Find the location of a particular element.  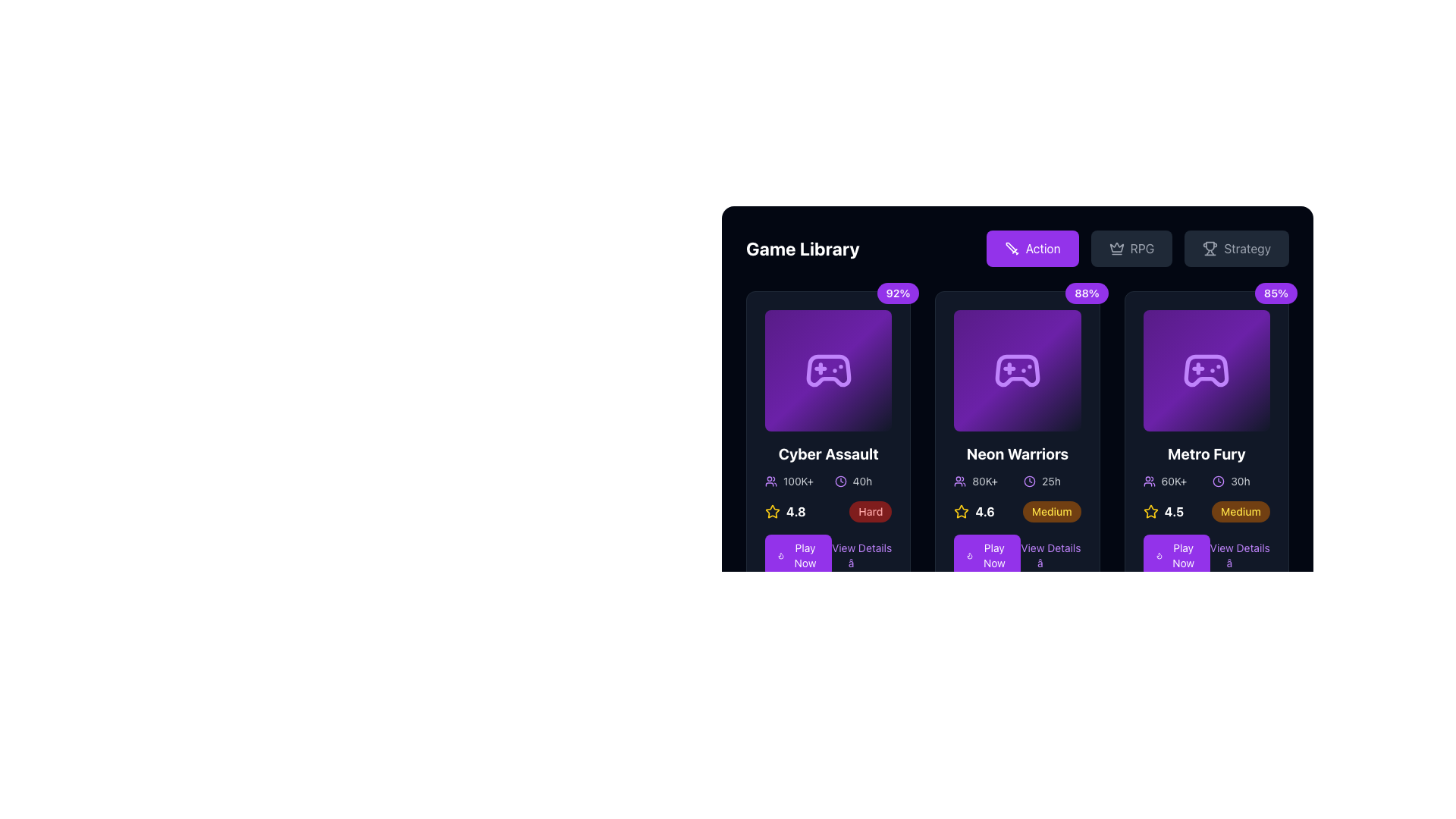

properties of the SVG Circle element that is part of a clock icon, characterized by its circular shape and outer ring is located at coordinates (1219, 482).